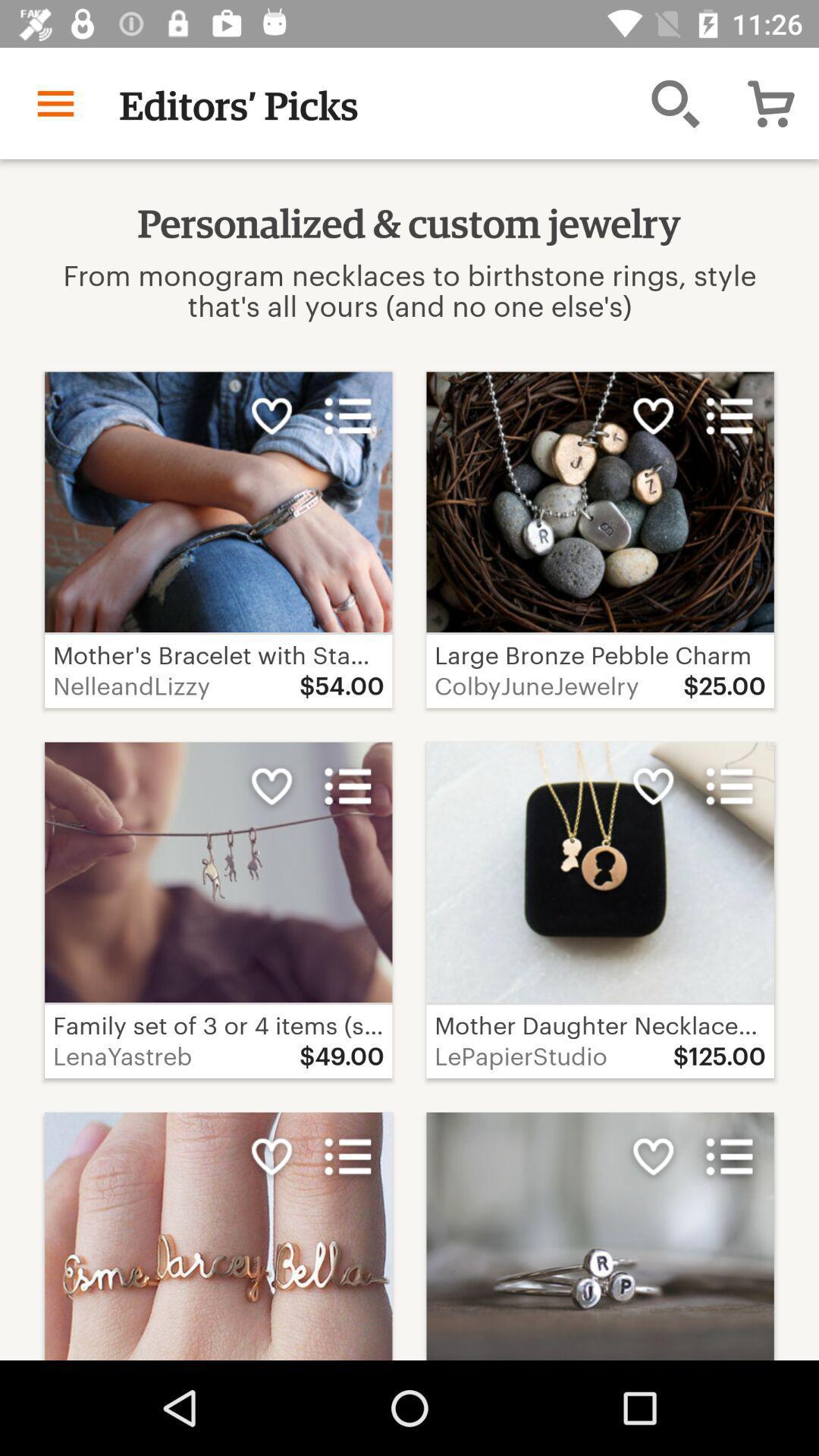 Image resolution: width=819 pixels, height=1456 pixels. Describe the element at coordinates (675, 103) in the screenshot. I see `the button which is left side of the cart` at that location.